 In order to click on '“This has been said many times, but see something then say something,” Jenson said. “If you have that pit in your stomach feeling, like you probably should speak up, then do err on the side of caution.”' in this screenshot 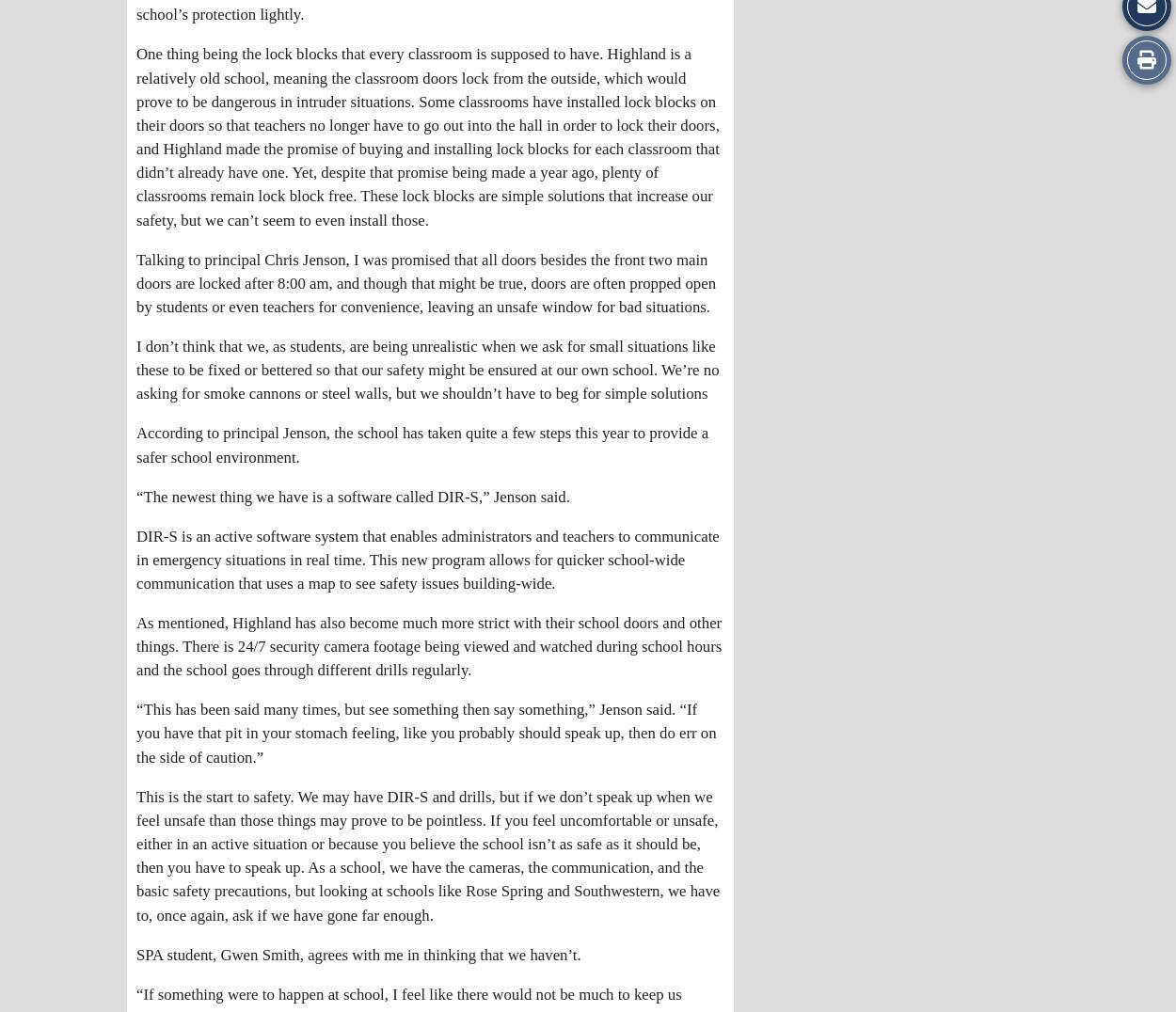, I will do `click(425, 733)`.